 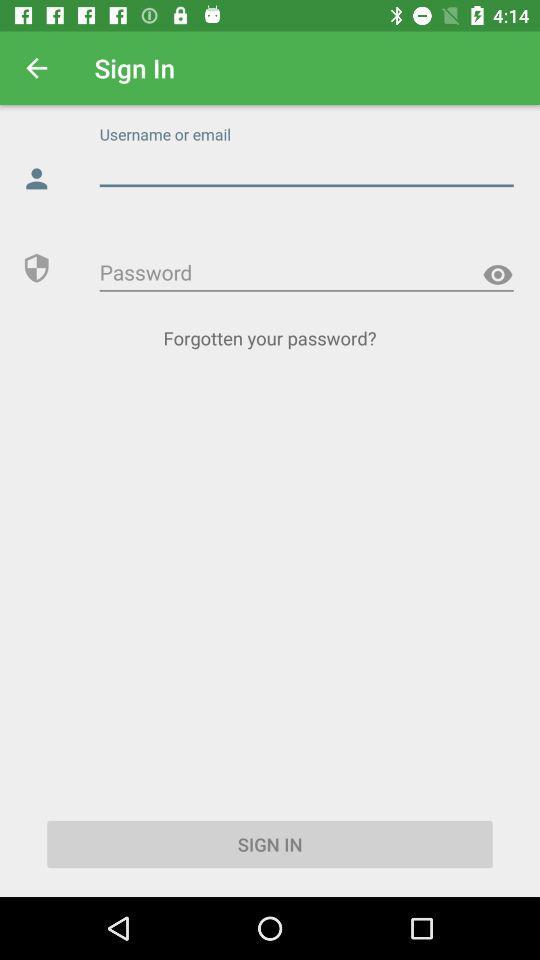 What do you see at coordinates (496, 274) in the screenshot?
I see `the visibility icon` at bounding box center [496, 274].